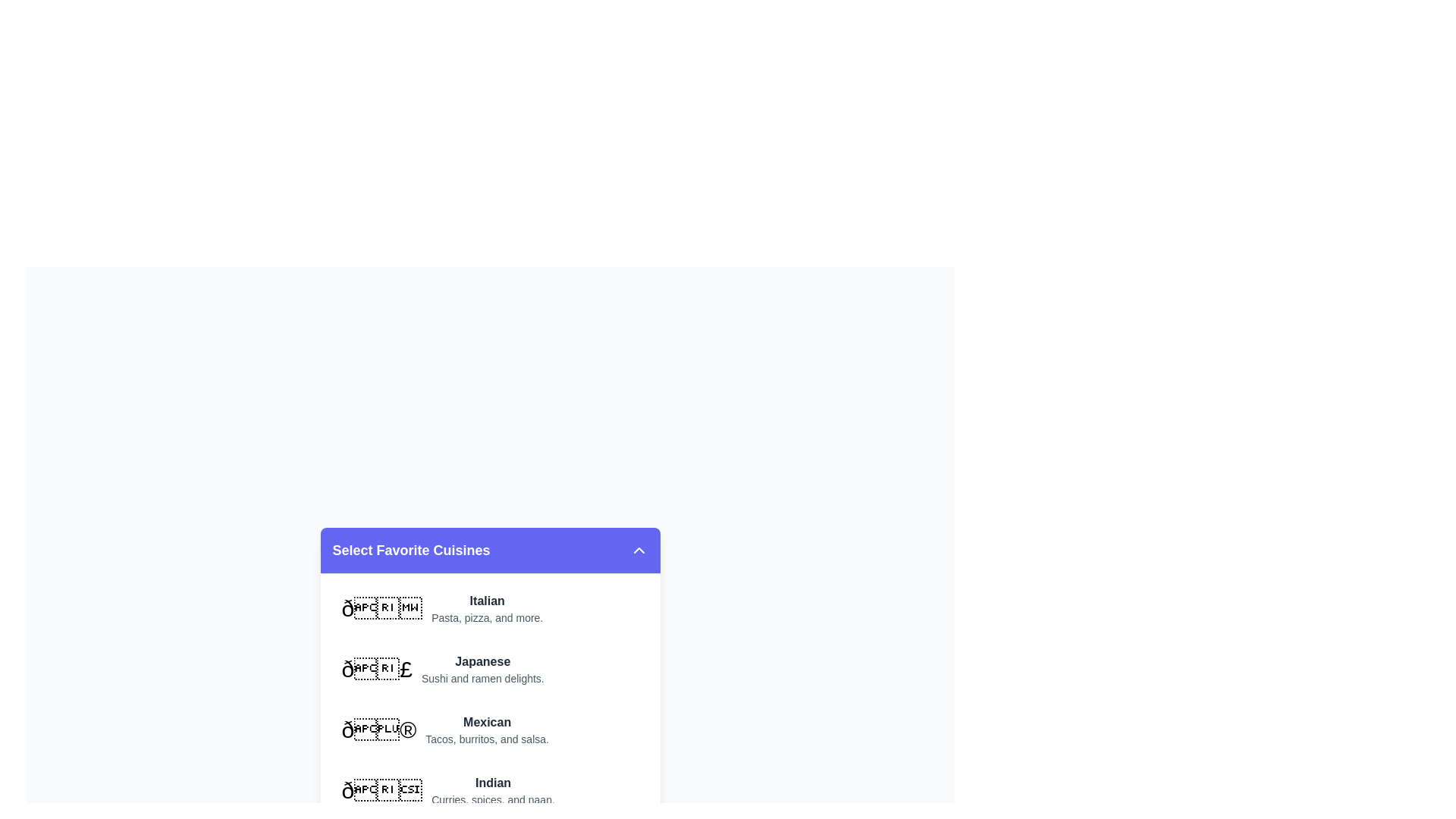  Describe the element at coordinates (487, 721) in the screenshot. I see `the label displaying the word 'Mexican', which is styled in semibold font and dark gray color, located in the vertical list of cuisines under 'Select Favorite Cuisines'` at that location.